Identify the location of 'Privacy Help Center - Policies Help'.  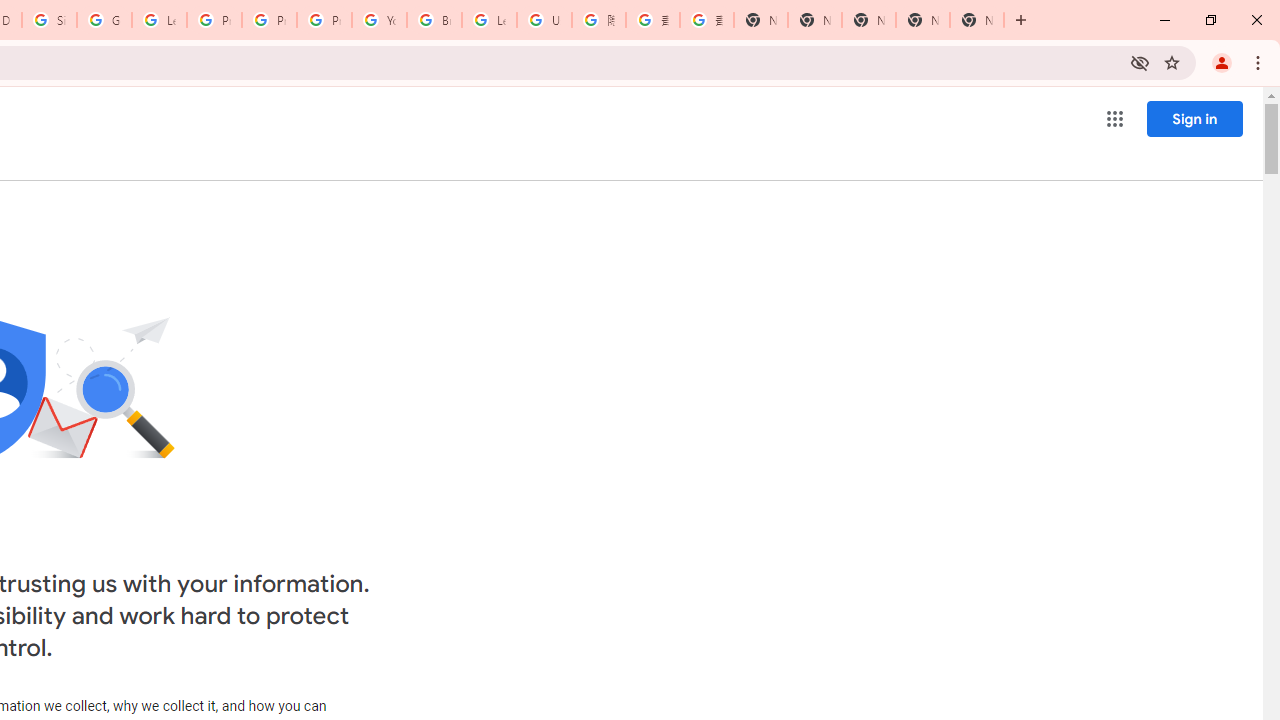
(268, 20).